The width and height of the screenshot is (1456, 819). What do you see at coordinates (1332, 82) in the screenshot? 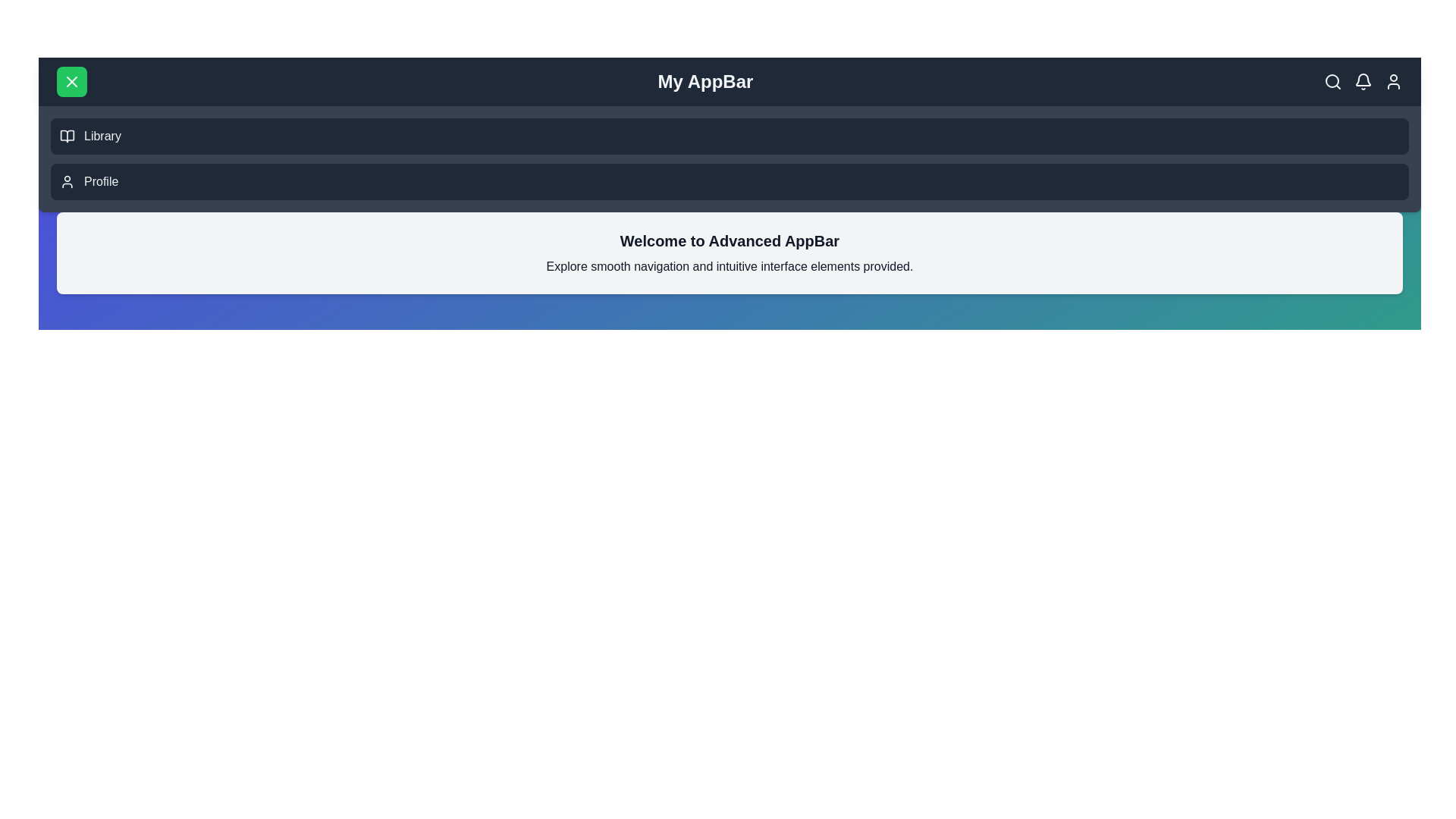
I see `the search icon to initiate a search` at bounding box center [1332, 82].